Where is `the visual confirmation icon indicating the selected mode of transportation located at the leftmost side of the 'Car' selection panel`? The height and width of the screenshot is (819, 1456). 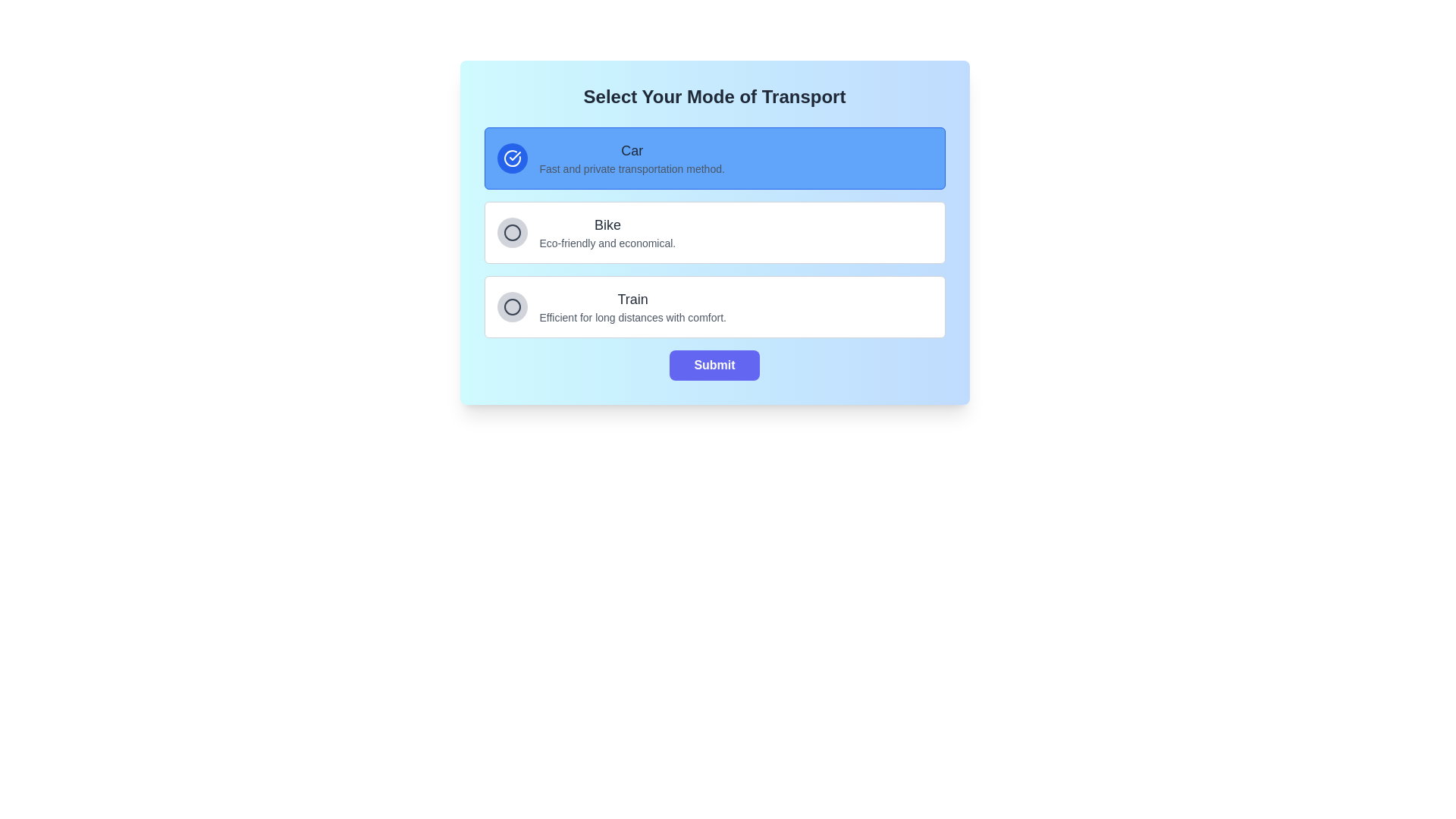 the visual confirmation icon indicating the selected mode of transportation located at the leftmost side of the 'Car' selection panel is located at coordinates (512, 158).